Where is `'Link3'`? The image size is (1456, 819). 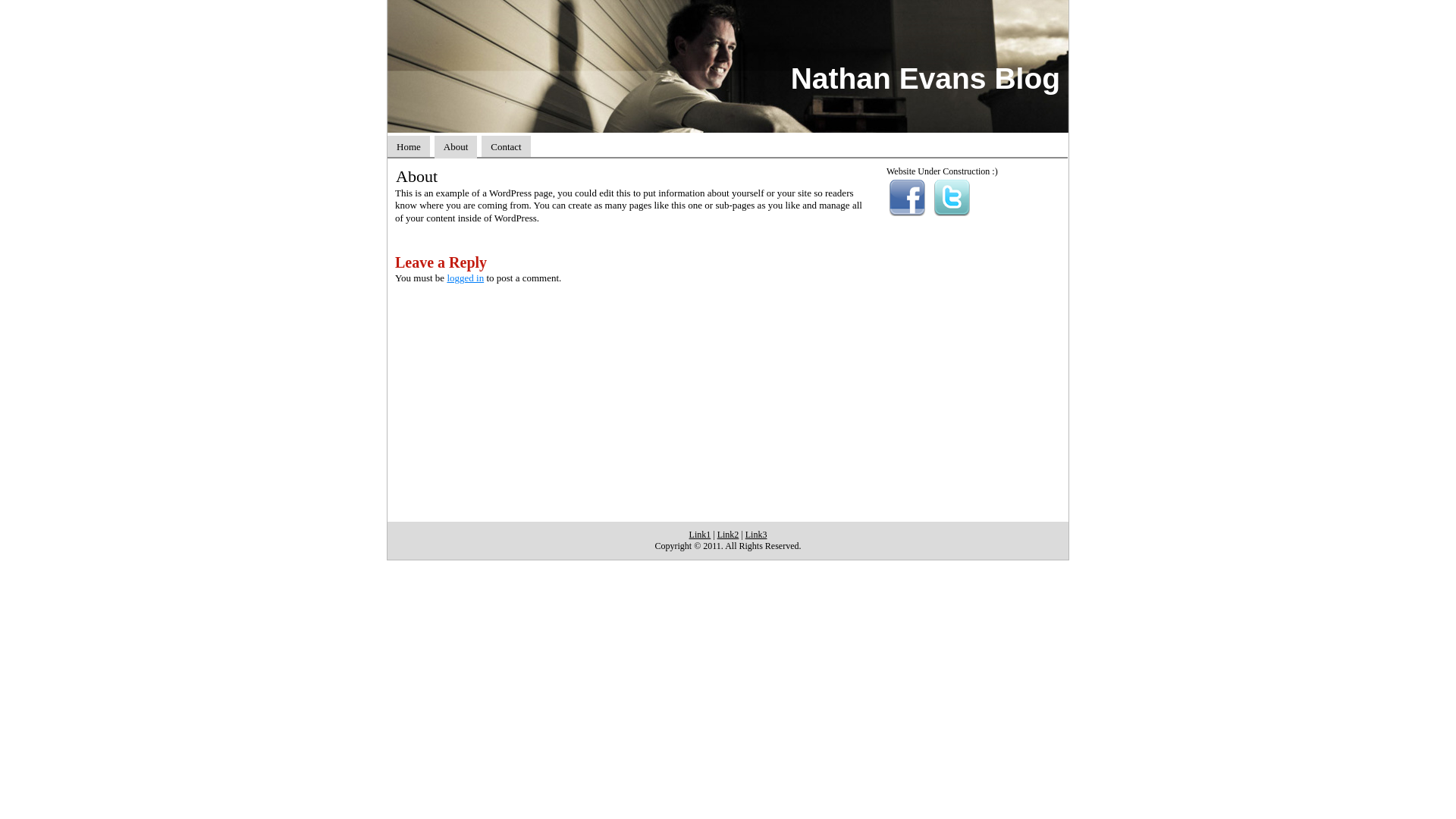 'Link3' is located at coordinates (756, 534).